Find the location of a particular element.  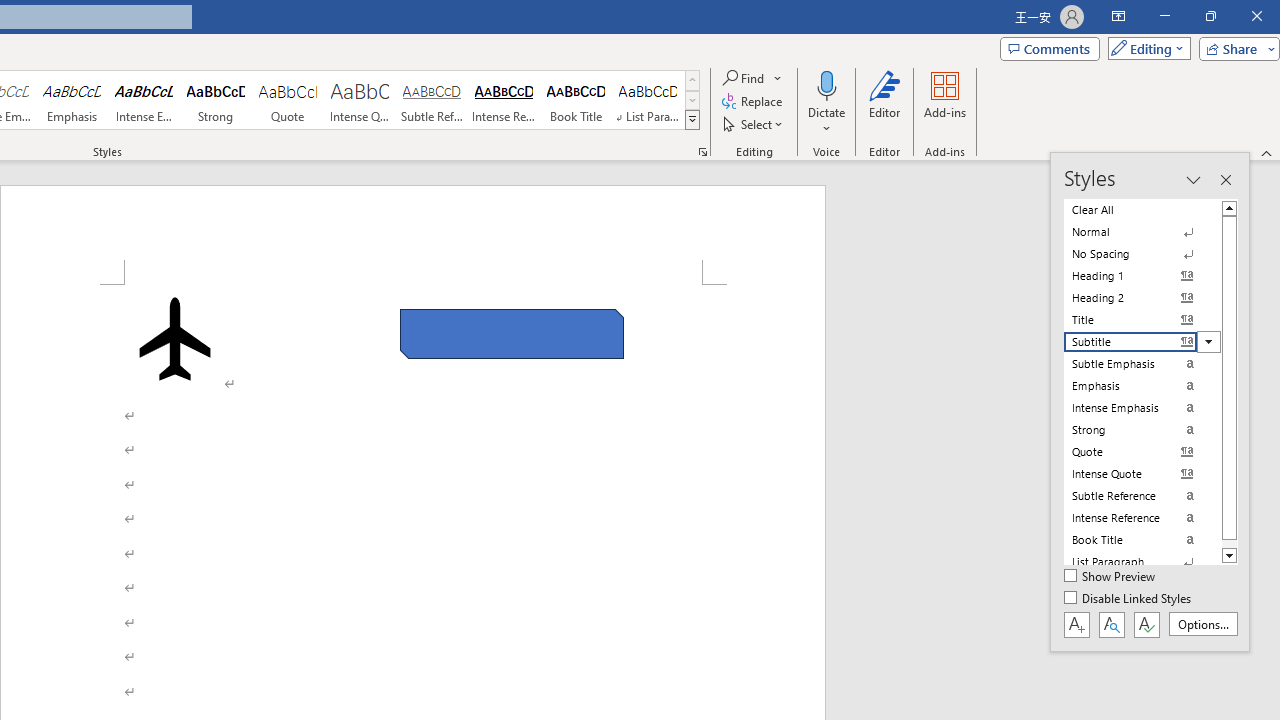

'Clear All' is located at coordinates (1142, 209).